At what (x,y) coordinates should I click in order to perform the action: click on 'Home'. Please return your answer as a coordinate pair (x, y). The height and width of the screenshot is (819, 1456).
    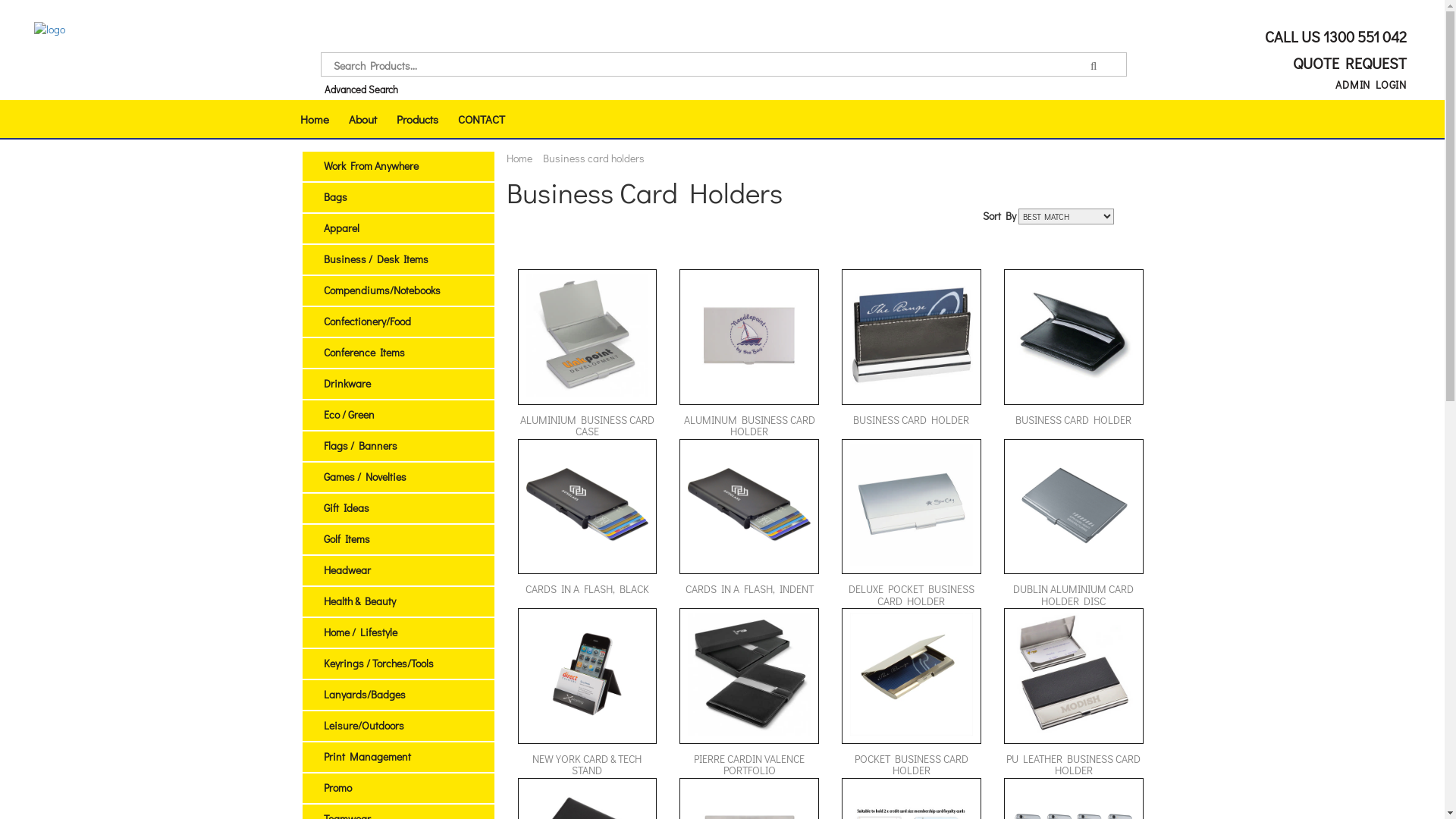
    Looking at the image, I should click on (312, 118).